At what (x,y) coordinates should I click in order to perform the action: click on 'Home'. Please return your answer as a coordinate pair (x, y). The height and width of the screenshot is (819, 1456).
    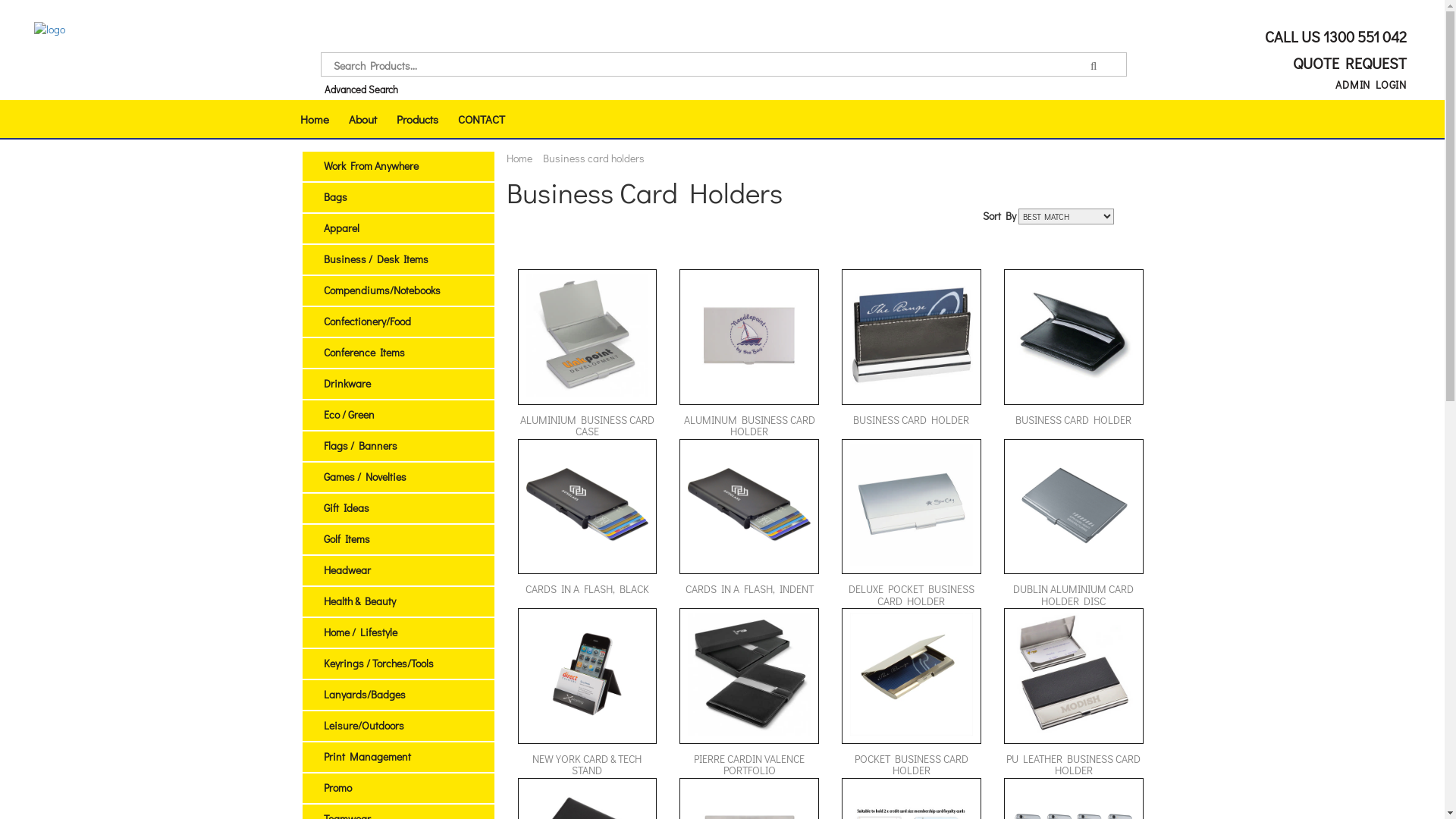
    Looking at the image, I should click on (312, 118).